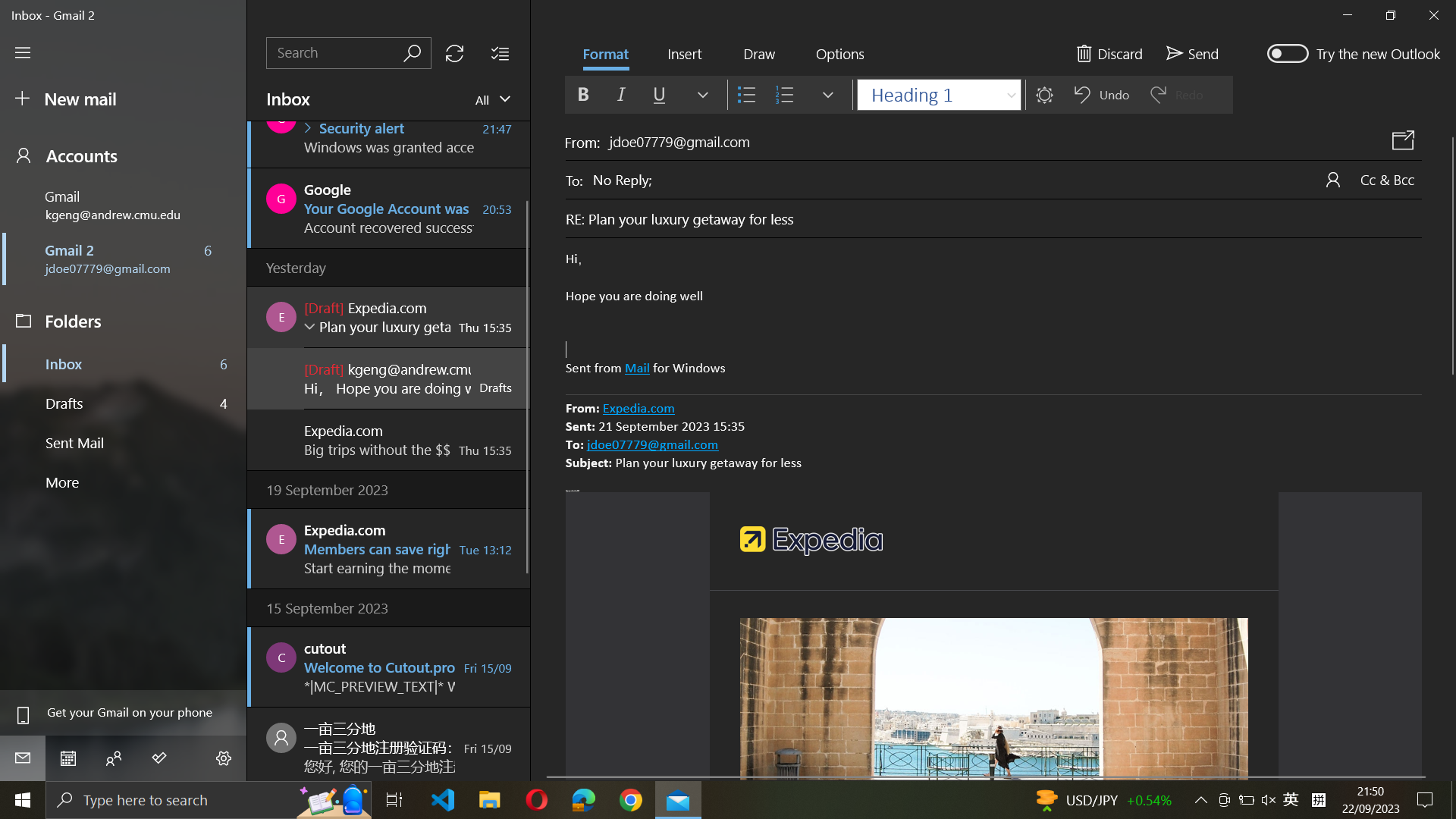 This screenshot has height=819, width=1456. Describe the element at coordinates (1007, 177) in the screenshot. I see `Update the existing email receiver to "xyz@example.com` at that location.